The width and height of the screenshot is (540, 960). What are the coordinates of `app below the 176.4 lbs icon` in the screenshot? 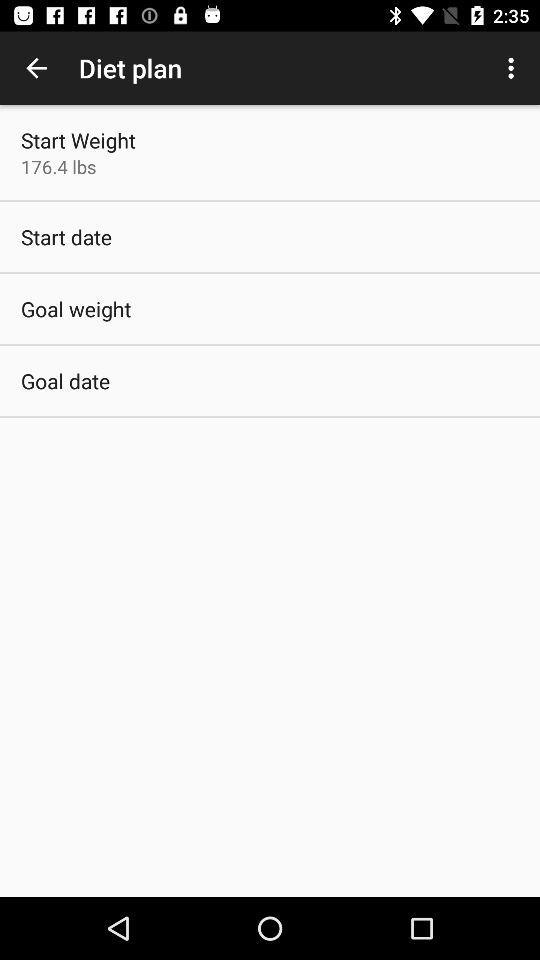 It's located at (66, 237).